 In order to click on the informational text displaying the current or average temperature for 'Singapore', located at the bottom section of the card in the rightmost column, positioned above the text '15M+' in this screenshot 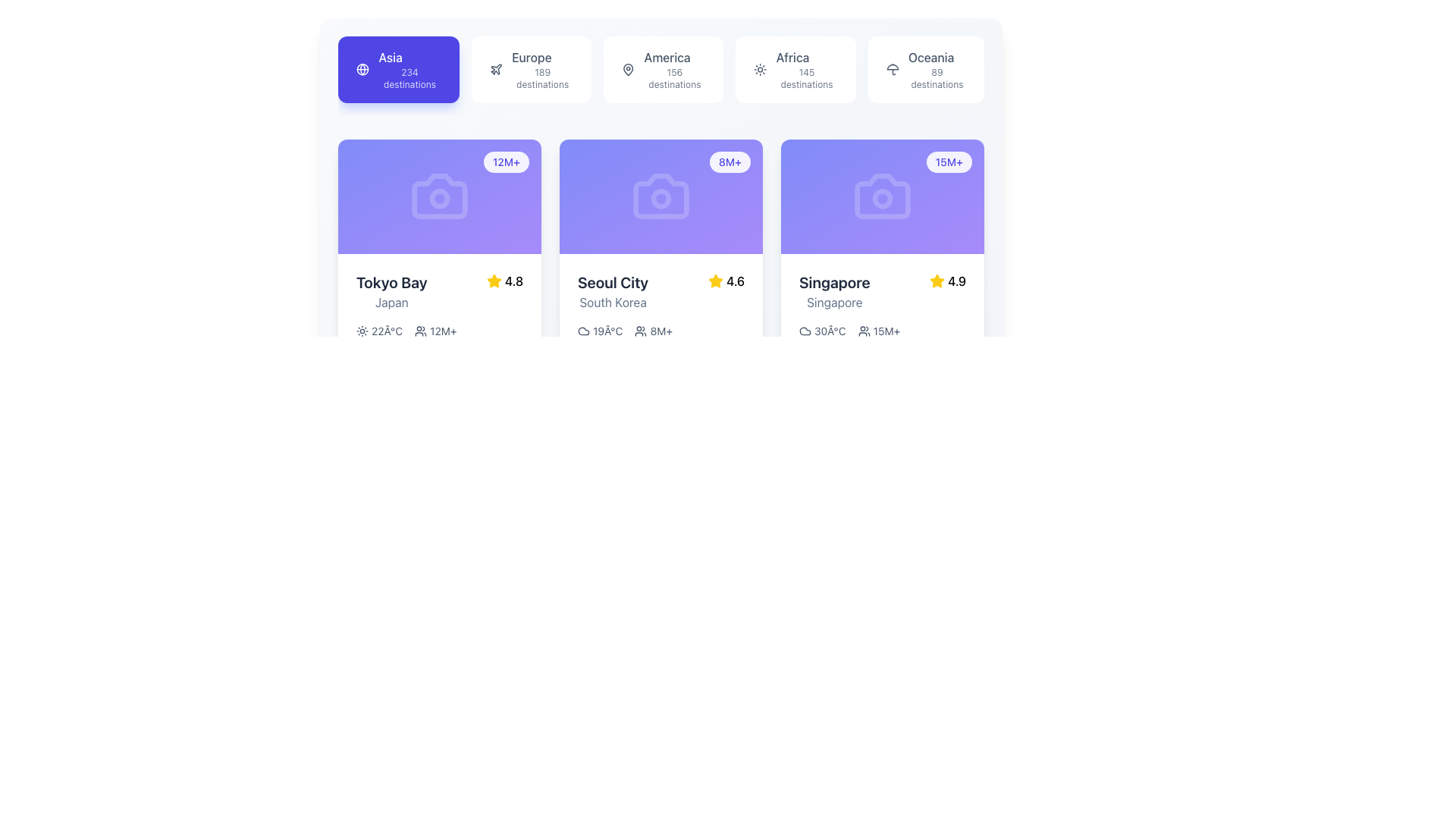, I will do `click(821, 330)`.